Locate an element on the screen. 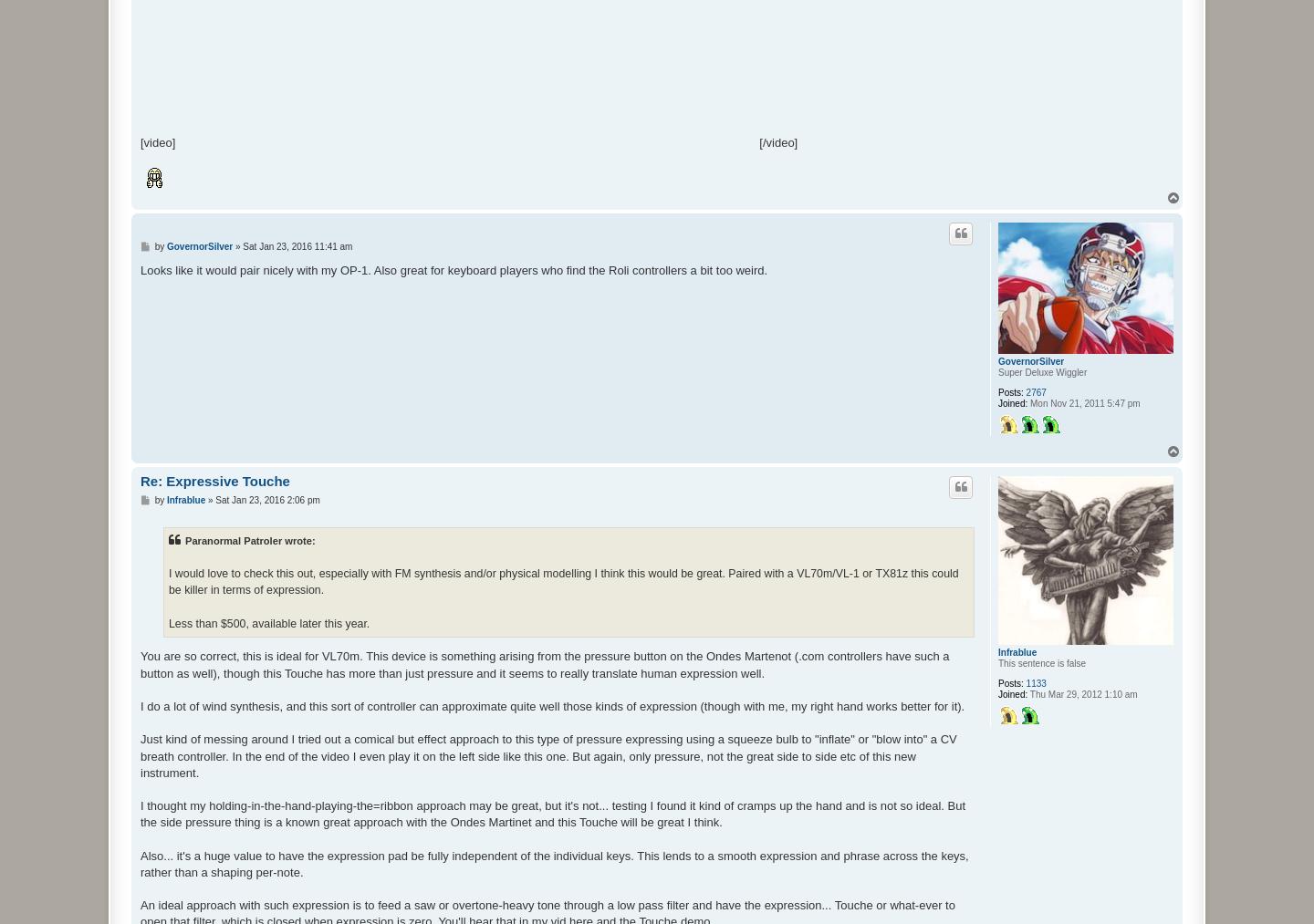  'This sentence is false' is located at coordinates (1042, 662).